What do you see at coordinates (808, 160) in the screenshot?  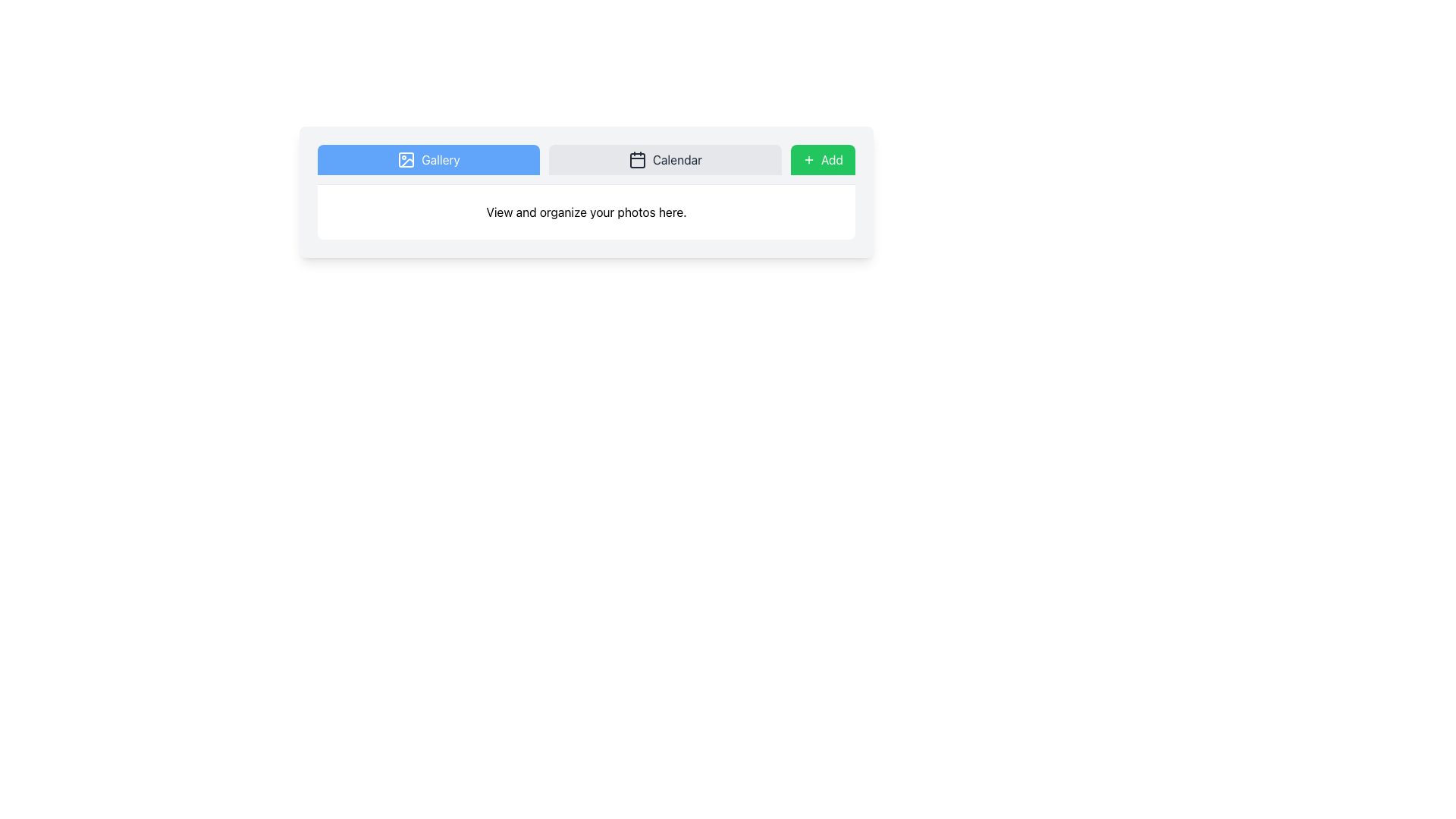 I see `the small green circular SVG icon with a white '+' symbol, which is located inside the green rectangular button labeled 'Add' on the rightmost side of the horizontal toolbar` at bounding box center [808, 160].